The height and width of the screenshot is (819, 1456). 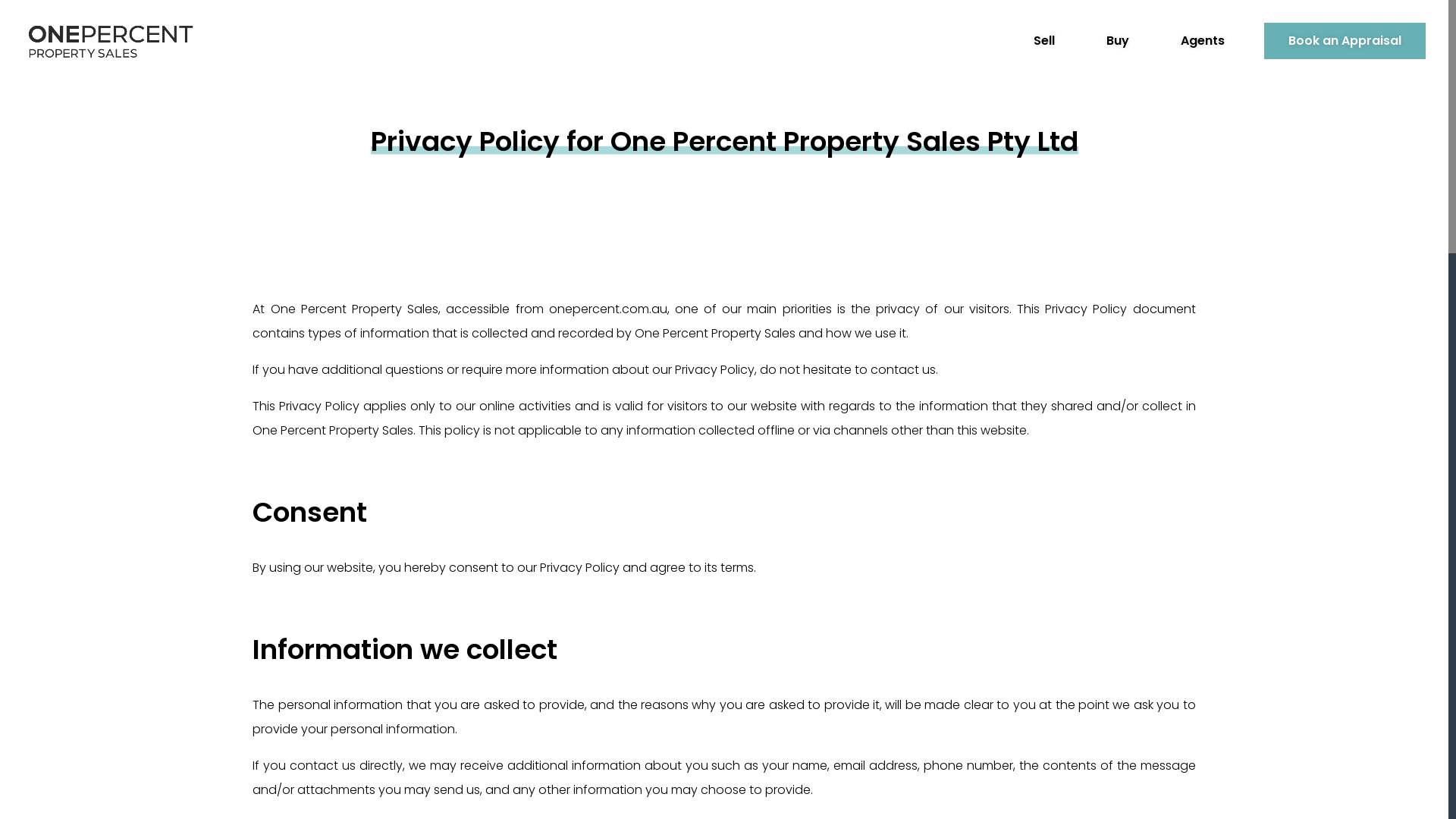 What do you see at coordinates (1263, 40) in the screenshot?
I see `'Book an Appraisal'` at bounding box center [1263, 40].